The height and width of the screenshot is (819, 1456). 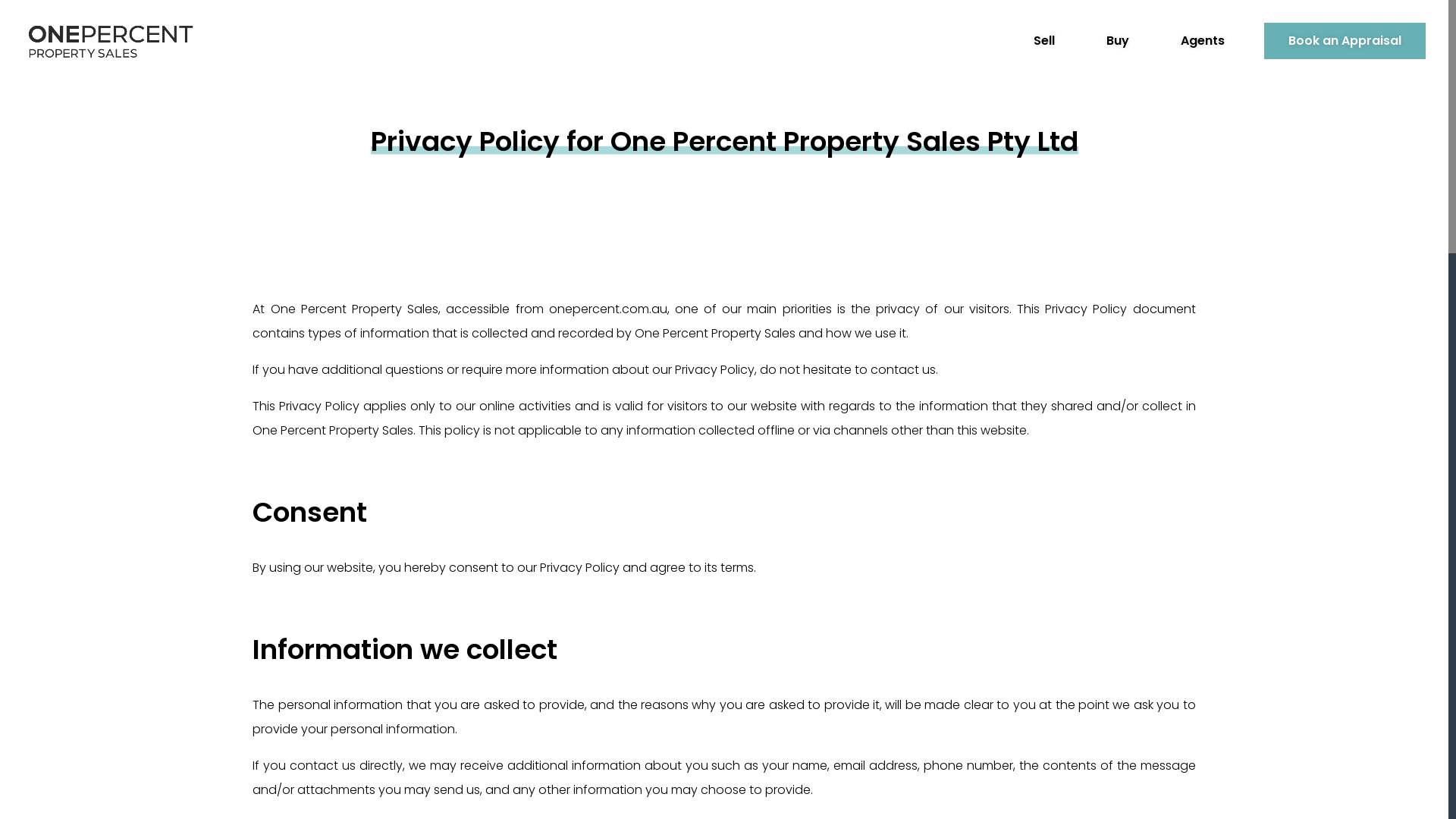 What do you see at coordinates (1263, 40) in the screenshot?
I see `'Book an Appraisal'` at bounding box center [1263, 40].